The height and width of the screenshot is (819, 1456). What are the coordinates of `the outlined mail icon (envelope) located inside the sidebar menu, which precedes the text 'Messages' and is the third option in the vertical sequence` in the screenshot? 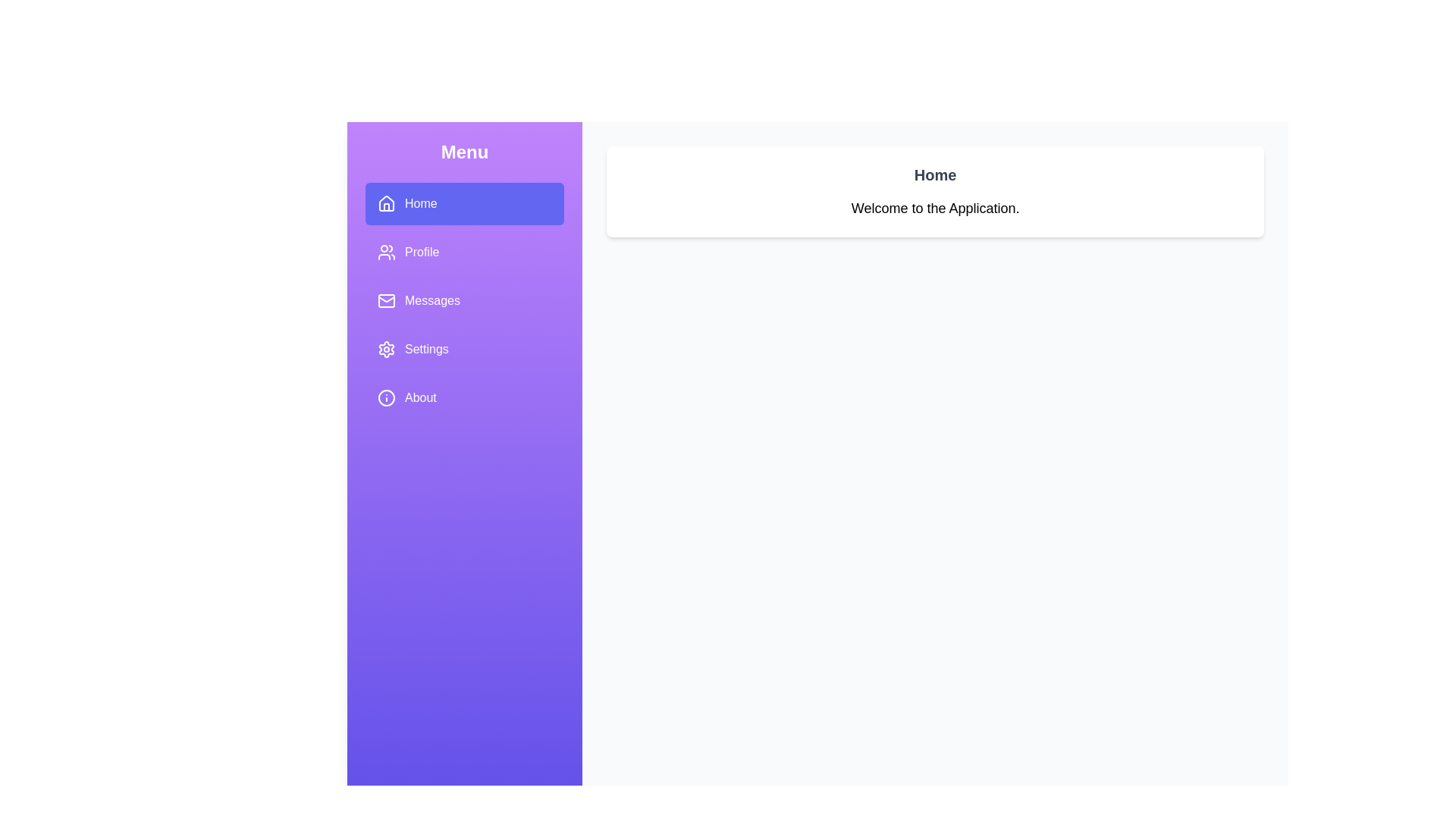 It's located at (386, 301).